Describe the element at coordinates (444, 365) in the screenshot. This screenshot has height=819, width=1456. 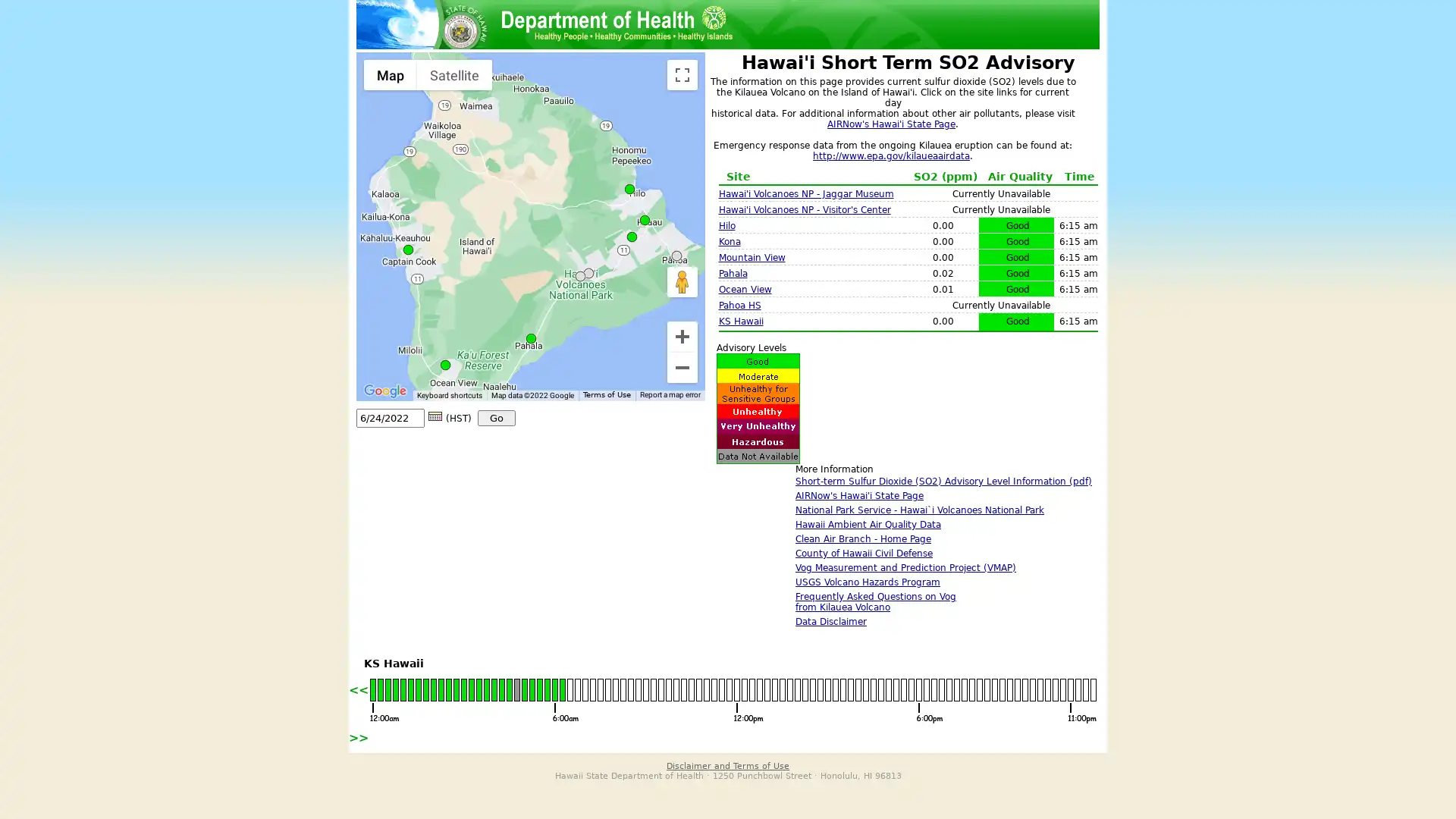
I see `Ocean View: SO2 0.01 ppm (Good) on 06/24 at 06:15 am` at that location.